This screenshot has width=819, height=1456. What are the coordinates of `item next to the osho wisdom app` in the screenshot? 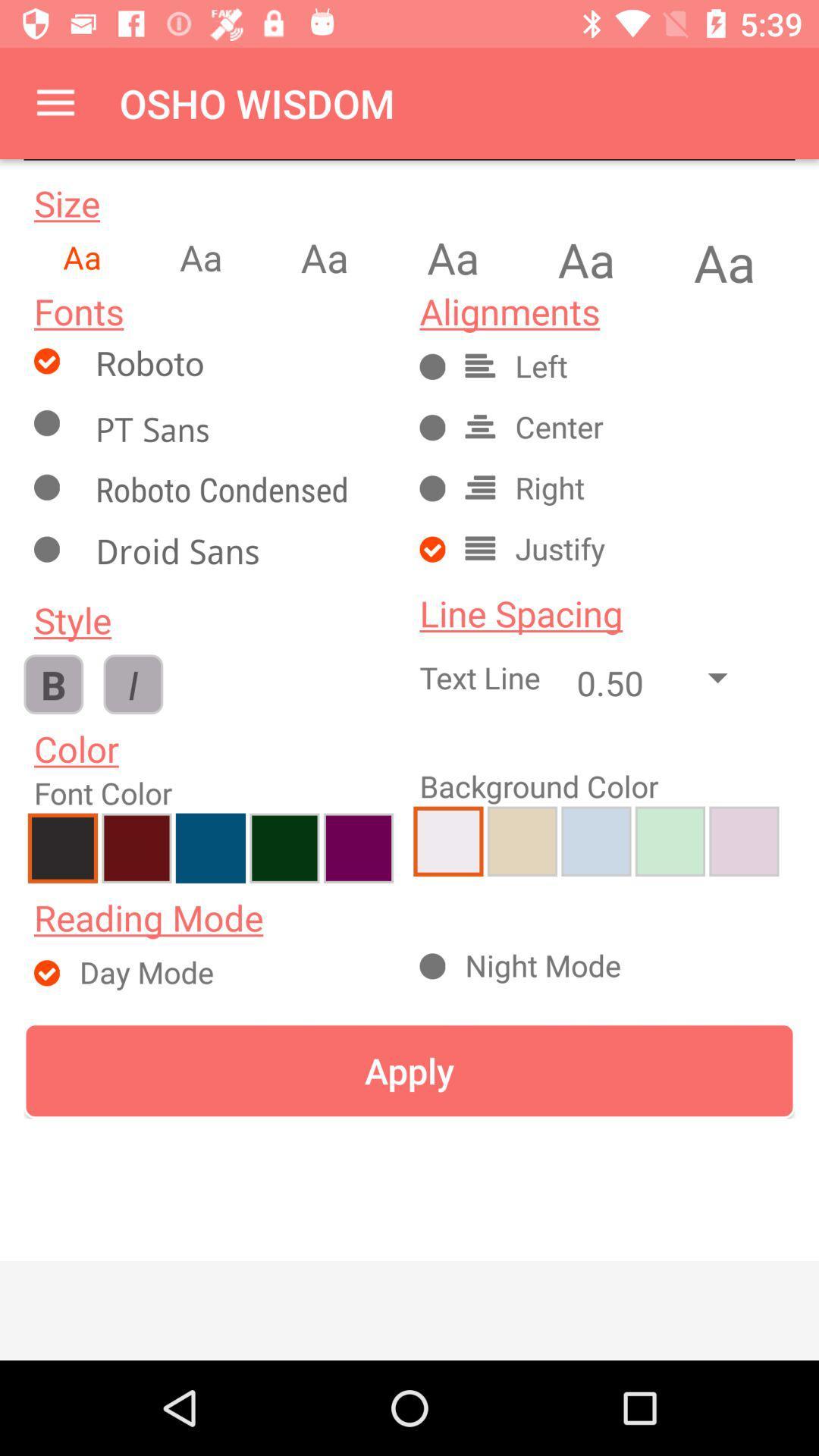 It's located at (55, 102).